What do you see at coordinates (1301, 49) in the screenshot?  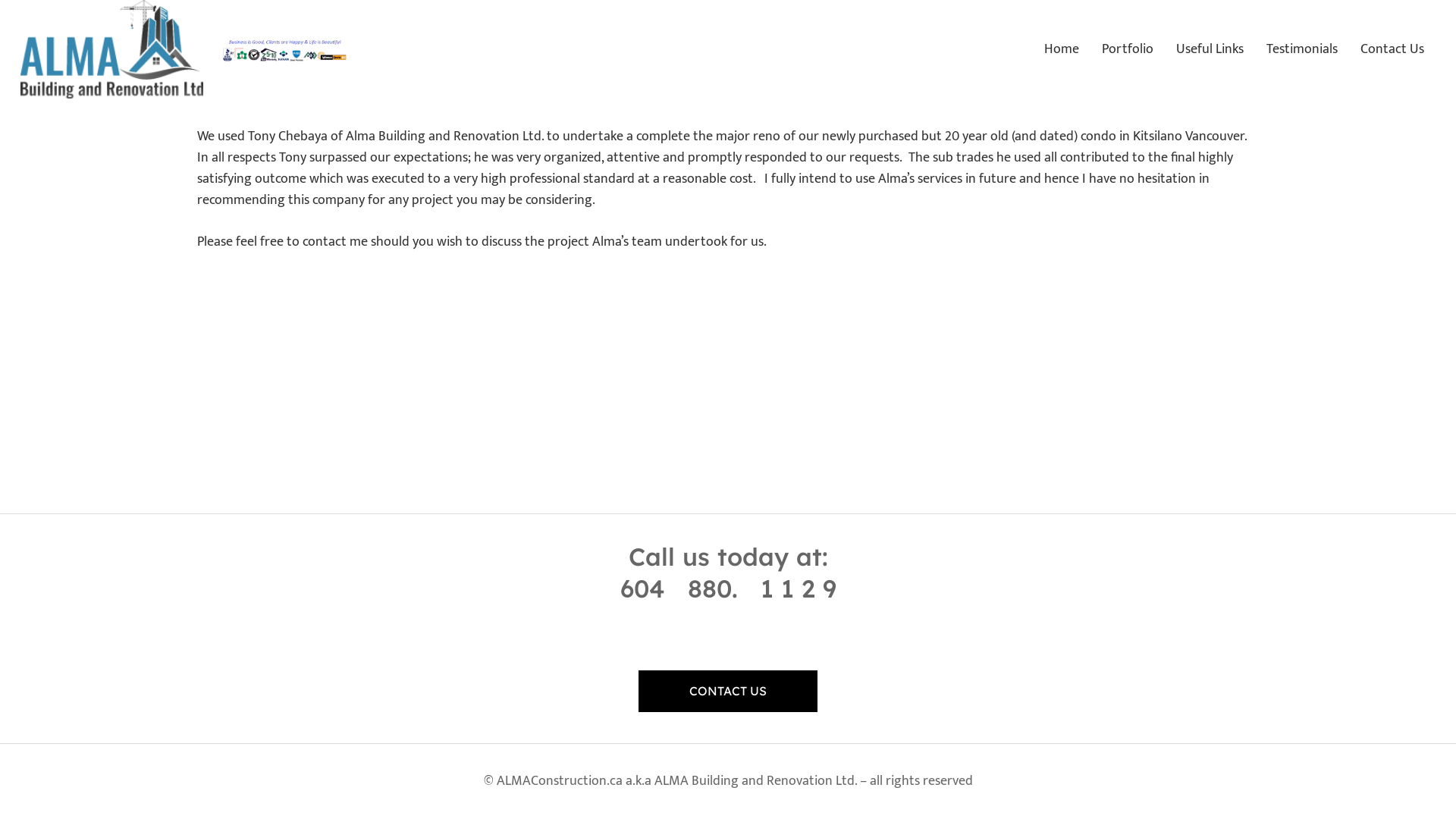 I see `'Testimonials'` at bounding box center [1301, 49].